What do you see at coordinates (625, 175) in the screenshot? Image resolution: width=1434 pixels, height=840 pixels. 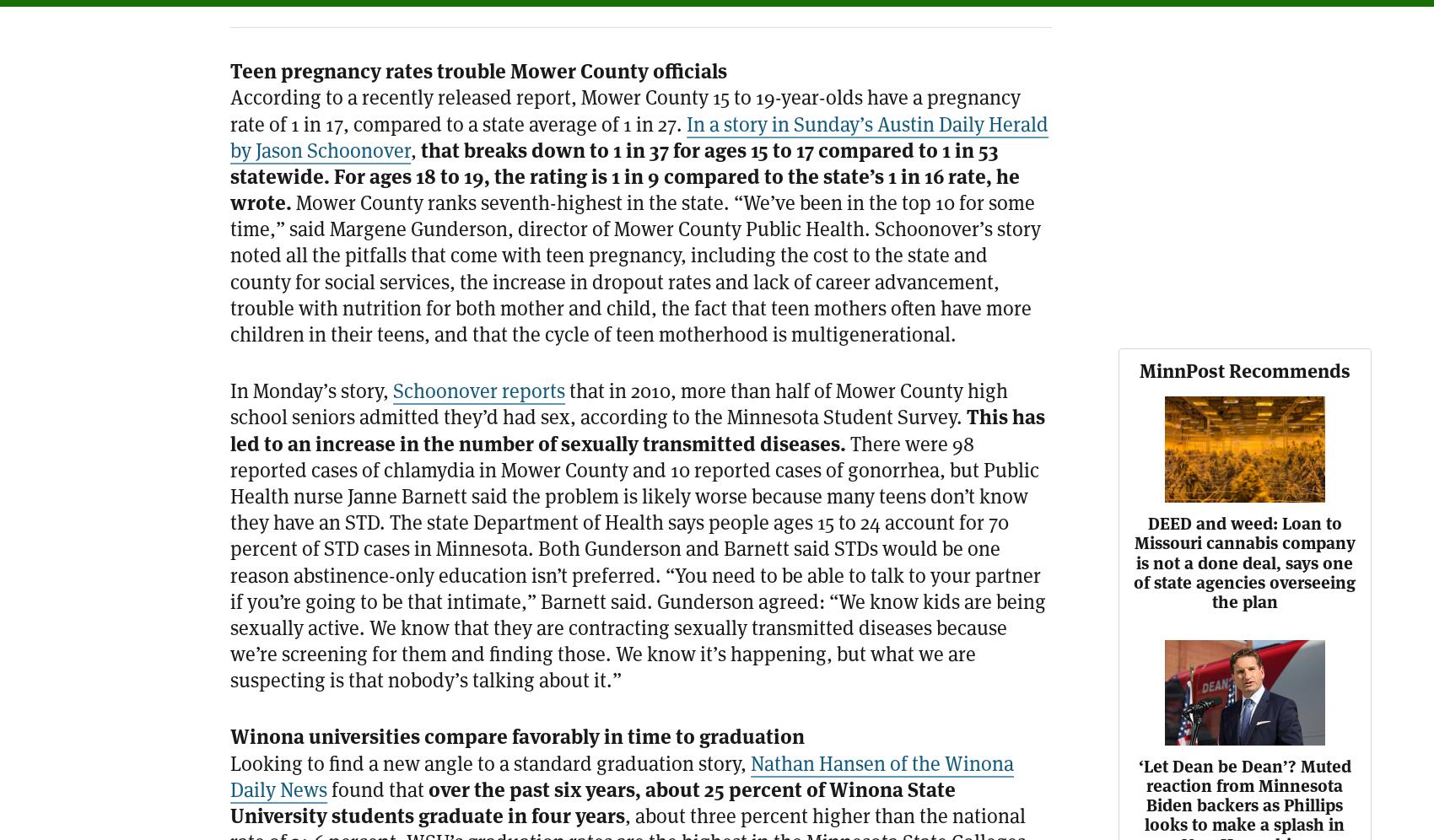 I see `'breaks down to 1 in 37 for ages 15 to 17 compared to 1 in 53 statewide. For ages 18 to 19, the rating is 1 in 9 compared to the state’s 1 in 16 rate, he wrote.'` at bounding box center [625, 175].